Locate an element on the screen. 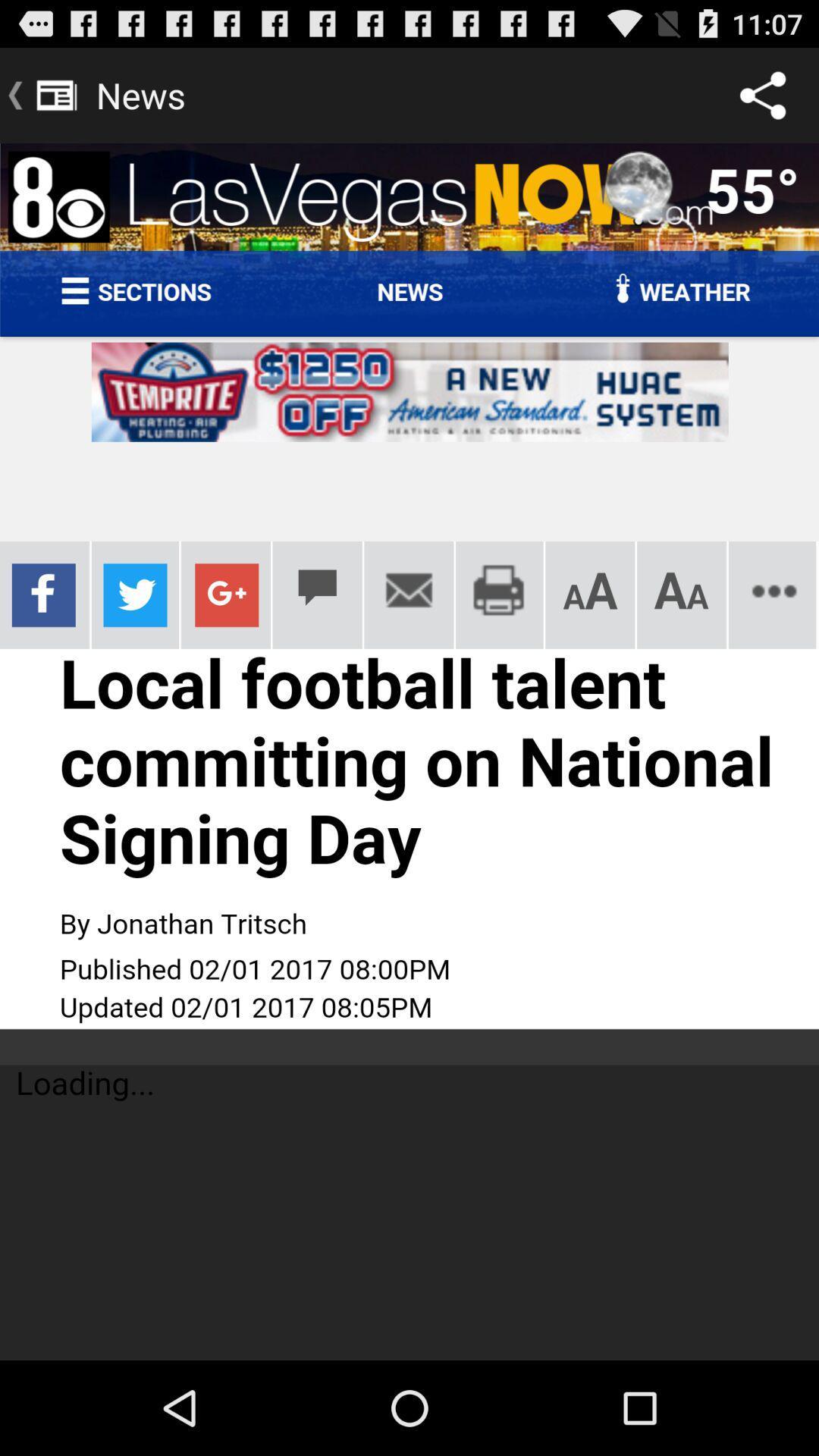 Image resolution: width=819 pixels, height=1456 pixels. screen dislay is located at coordinates (409, 752).